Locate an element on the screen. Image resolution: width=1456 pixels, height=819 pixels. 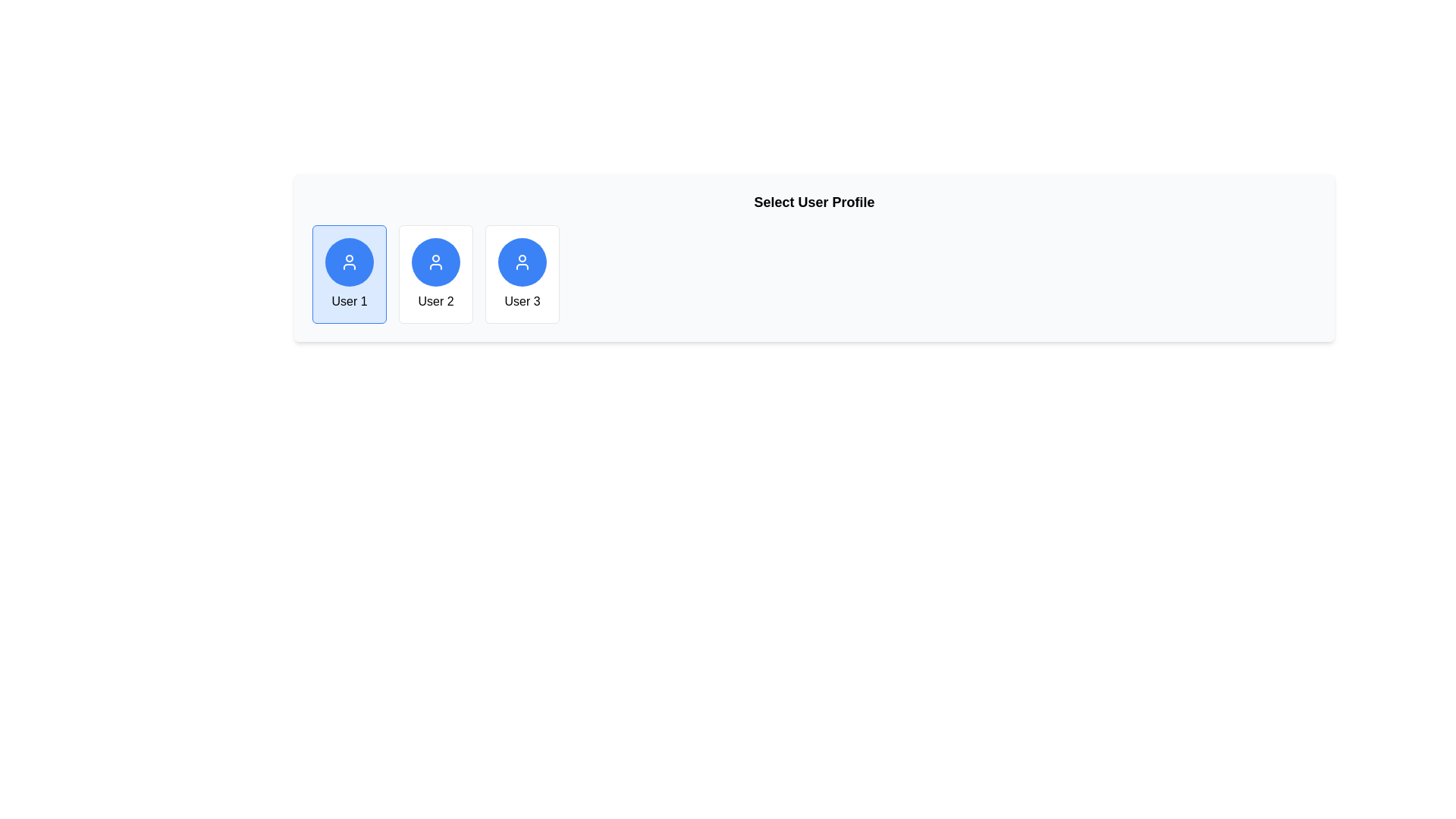
the user icon representing 'User 2', which is a white icon in a blue circular background above the label 'User 2' is located at coordinates (435, 262).